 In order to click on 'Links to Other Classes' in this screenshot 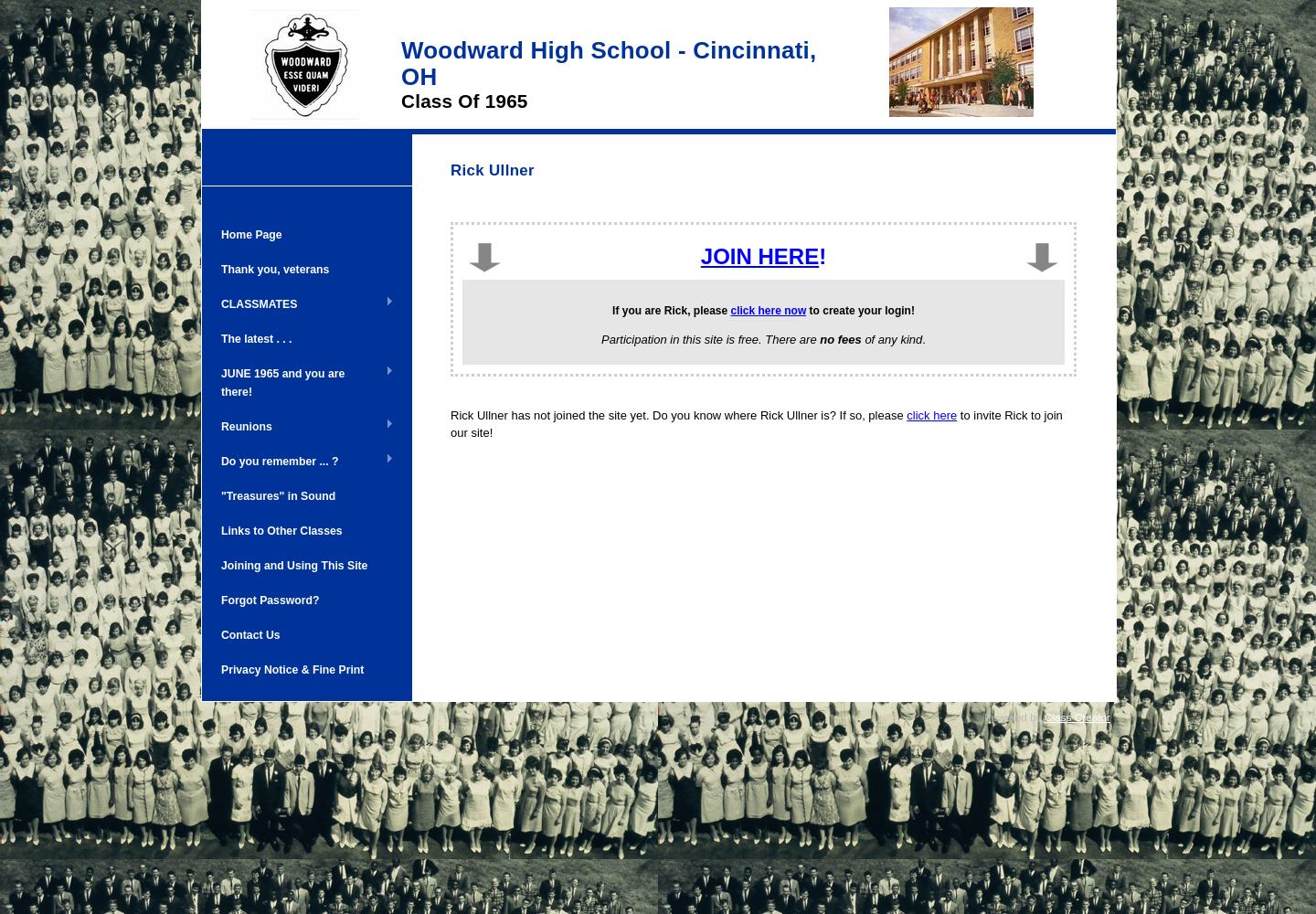, I will do `click(281, 529)`.